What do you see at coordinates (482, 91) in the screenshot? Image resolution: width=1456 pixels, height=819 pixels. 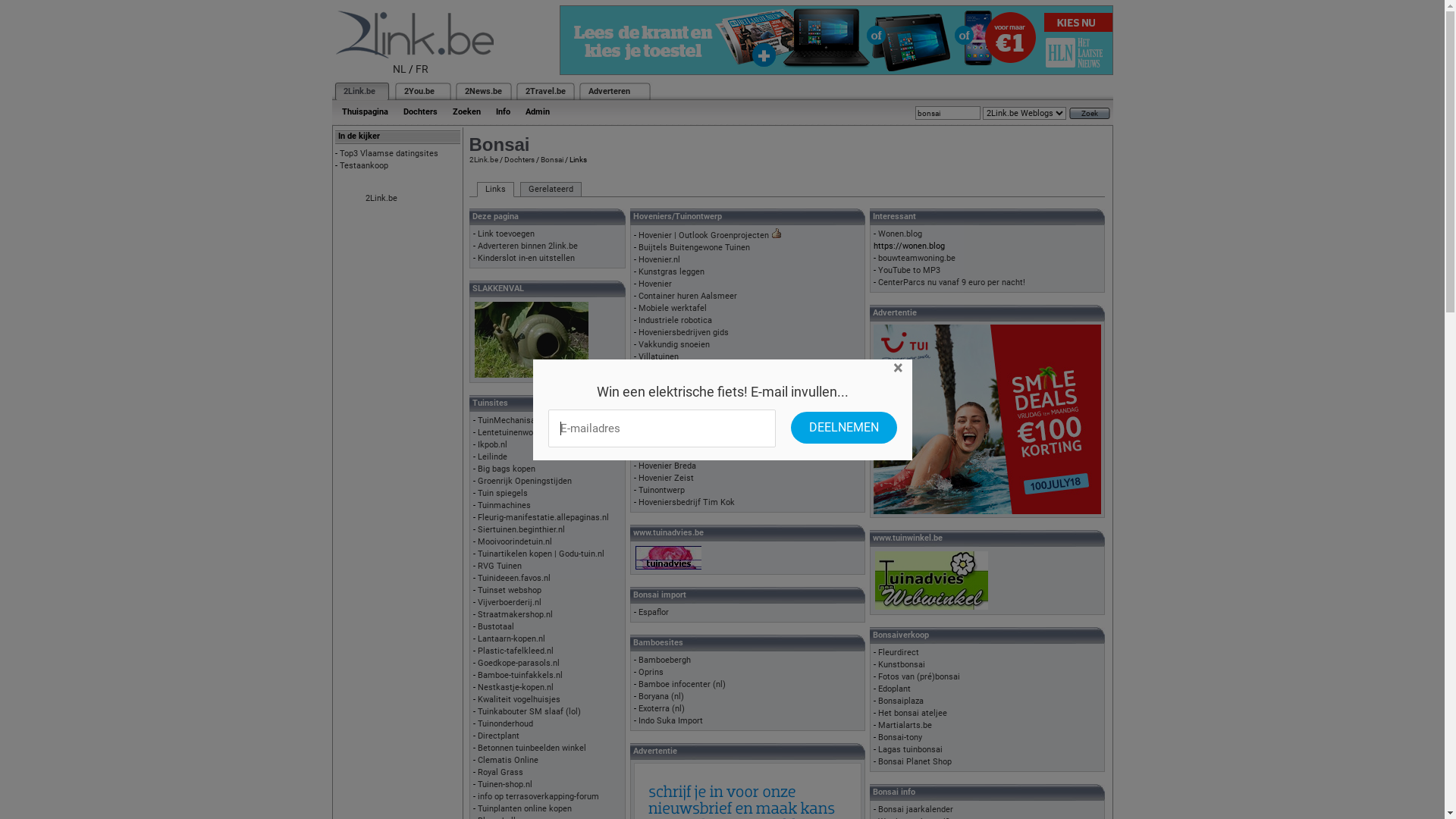 I see `'2News.be'` at bounding box center [482, 91].